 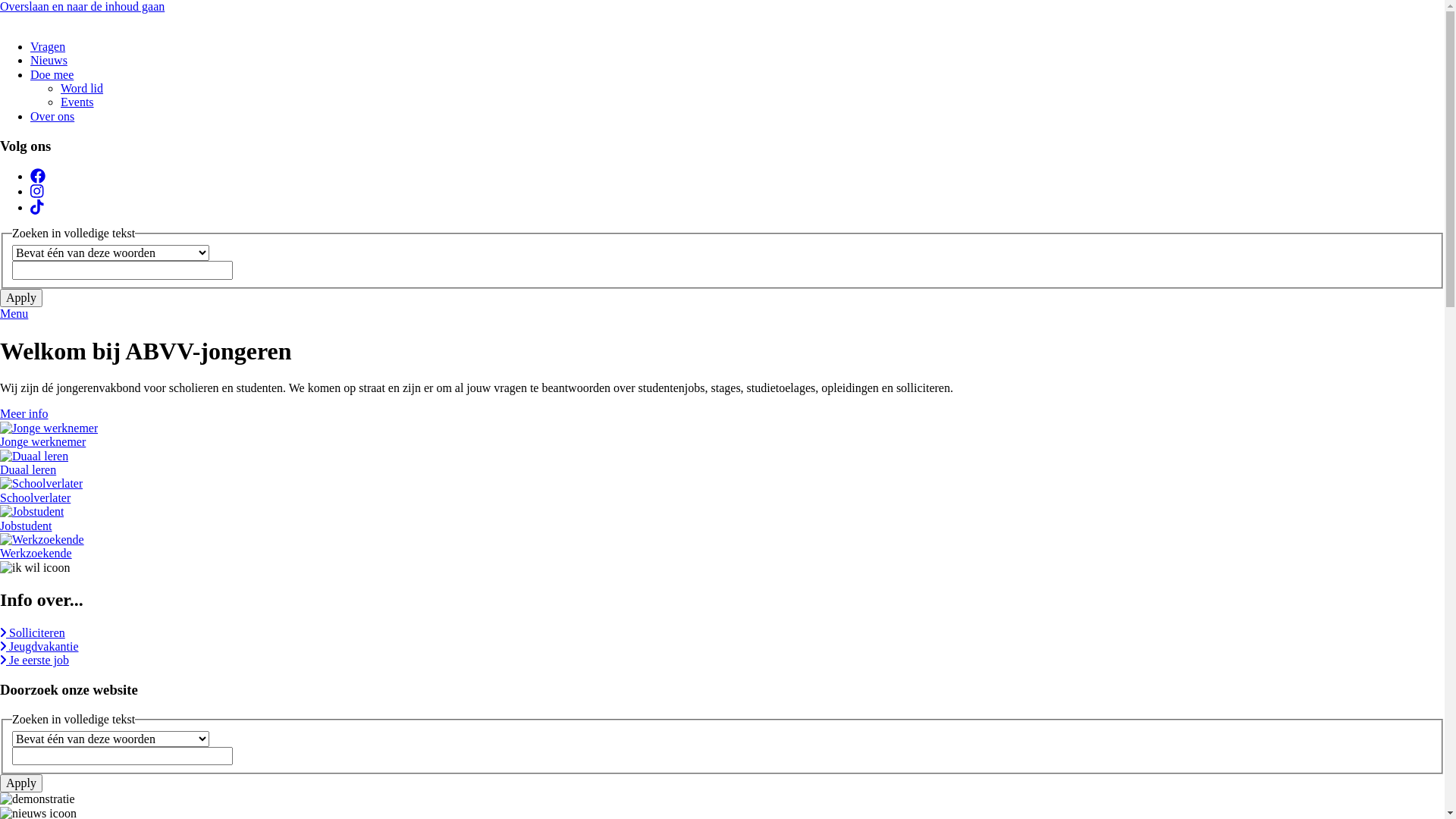 What do you see at coordinates (30, 59) in the screenshot?
I see `'Nieuws'` at bounding box center [30, 59].